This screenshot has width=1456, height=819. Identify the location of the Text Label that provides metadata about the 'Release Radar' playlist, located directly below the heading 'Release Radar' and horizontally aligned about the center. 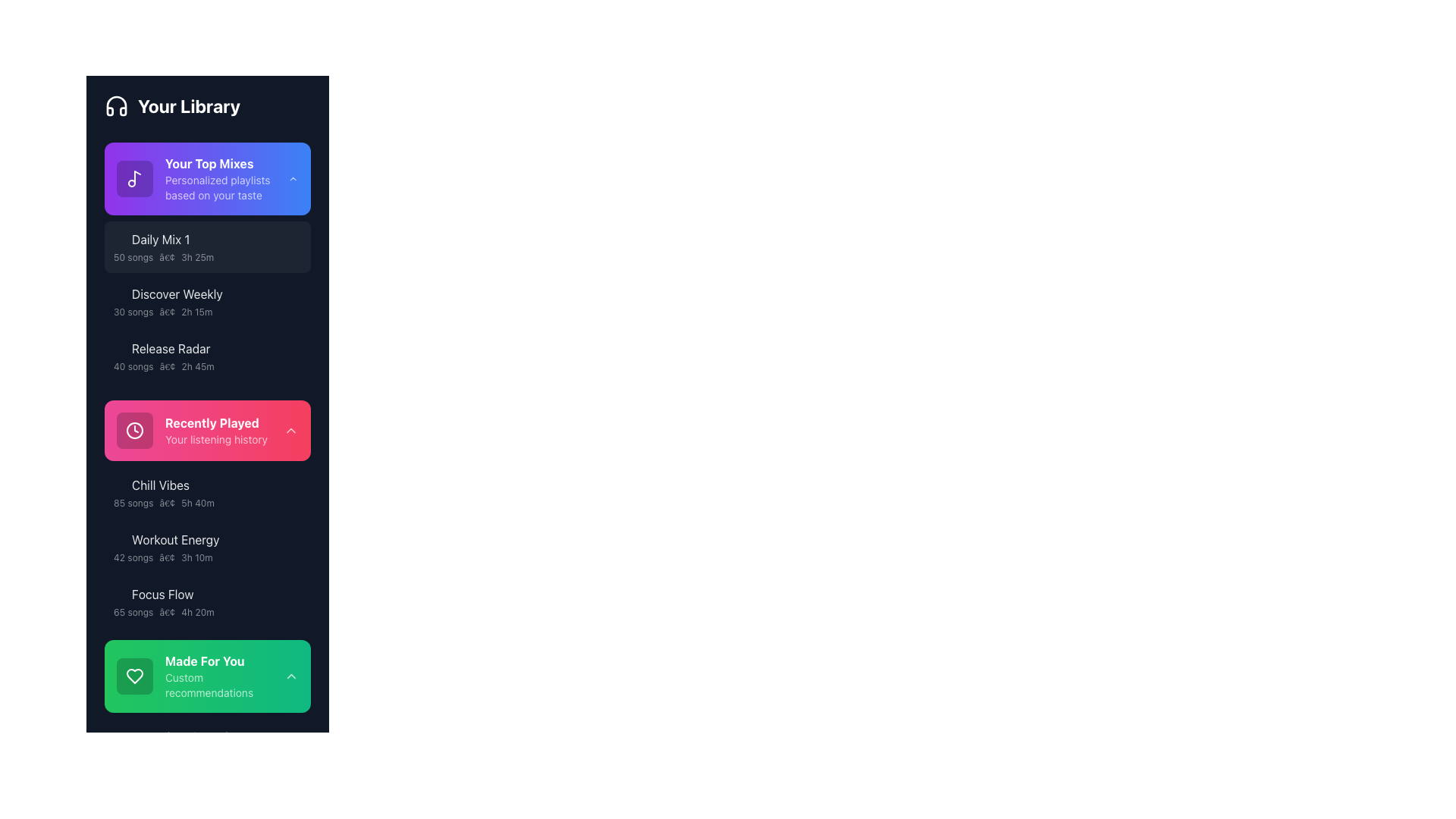
(199, 366).